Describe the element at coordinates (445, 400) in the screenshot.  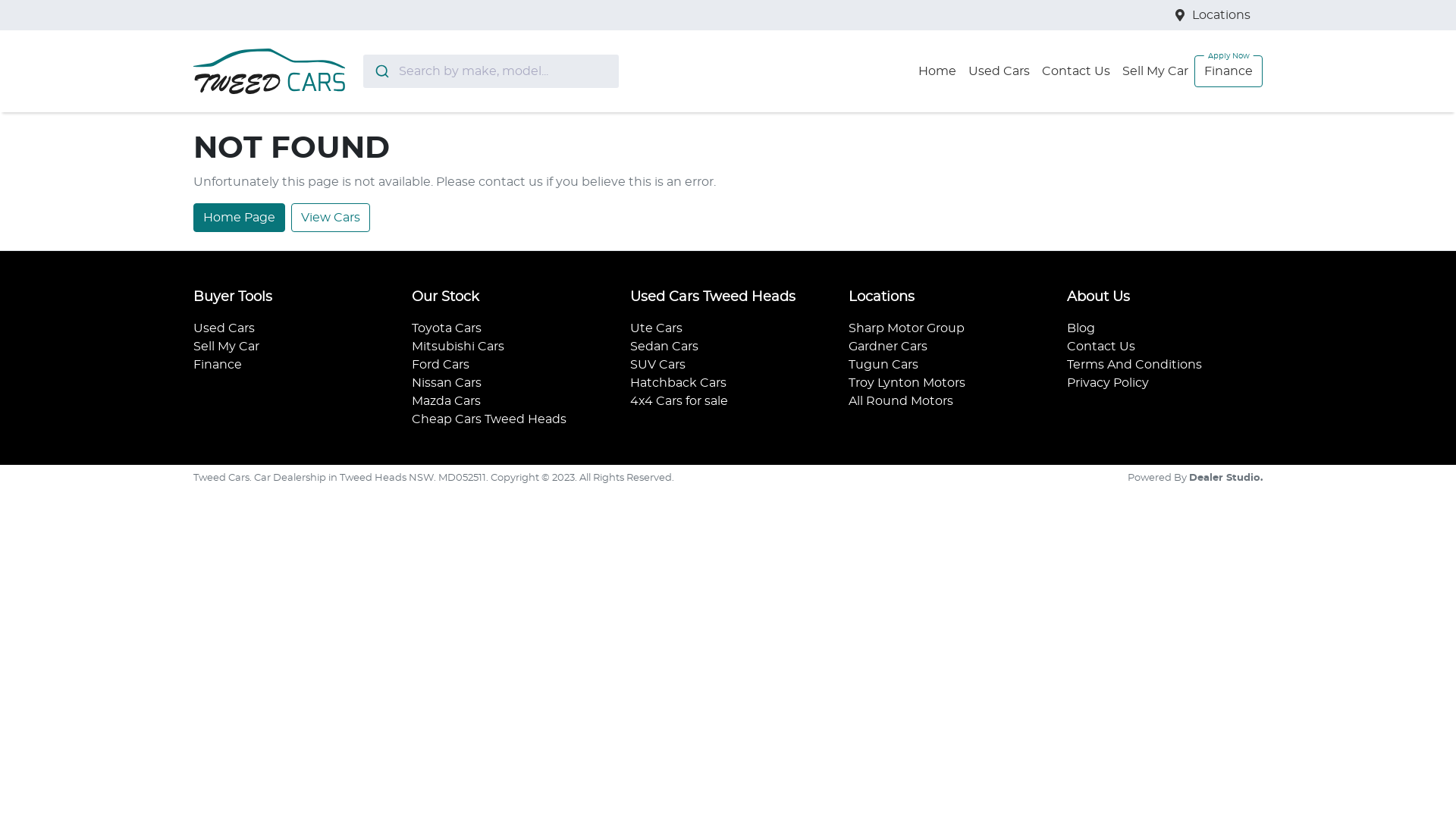
I see `'Mazda Cars'` at that location.